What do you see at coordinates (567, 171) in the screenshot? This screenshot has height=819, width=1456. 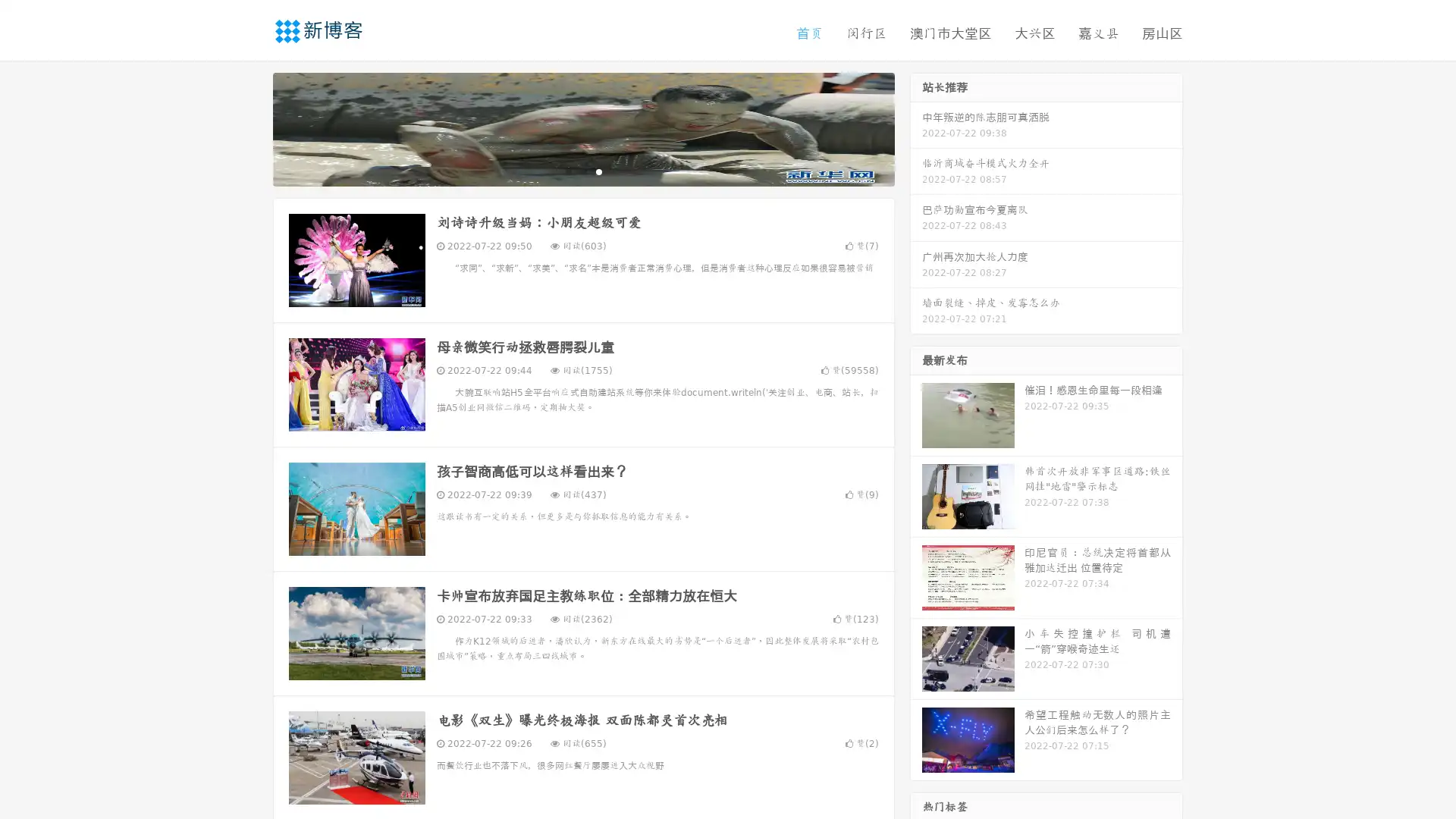 I see `Go to slide 1` at bounding box center [567, 171].